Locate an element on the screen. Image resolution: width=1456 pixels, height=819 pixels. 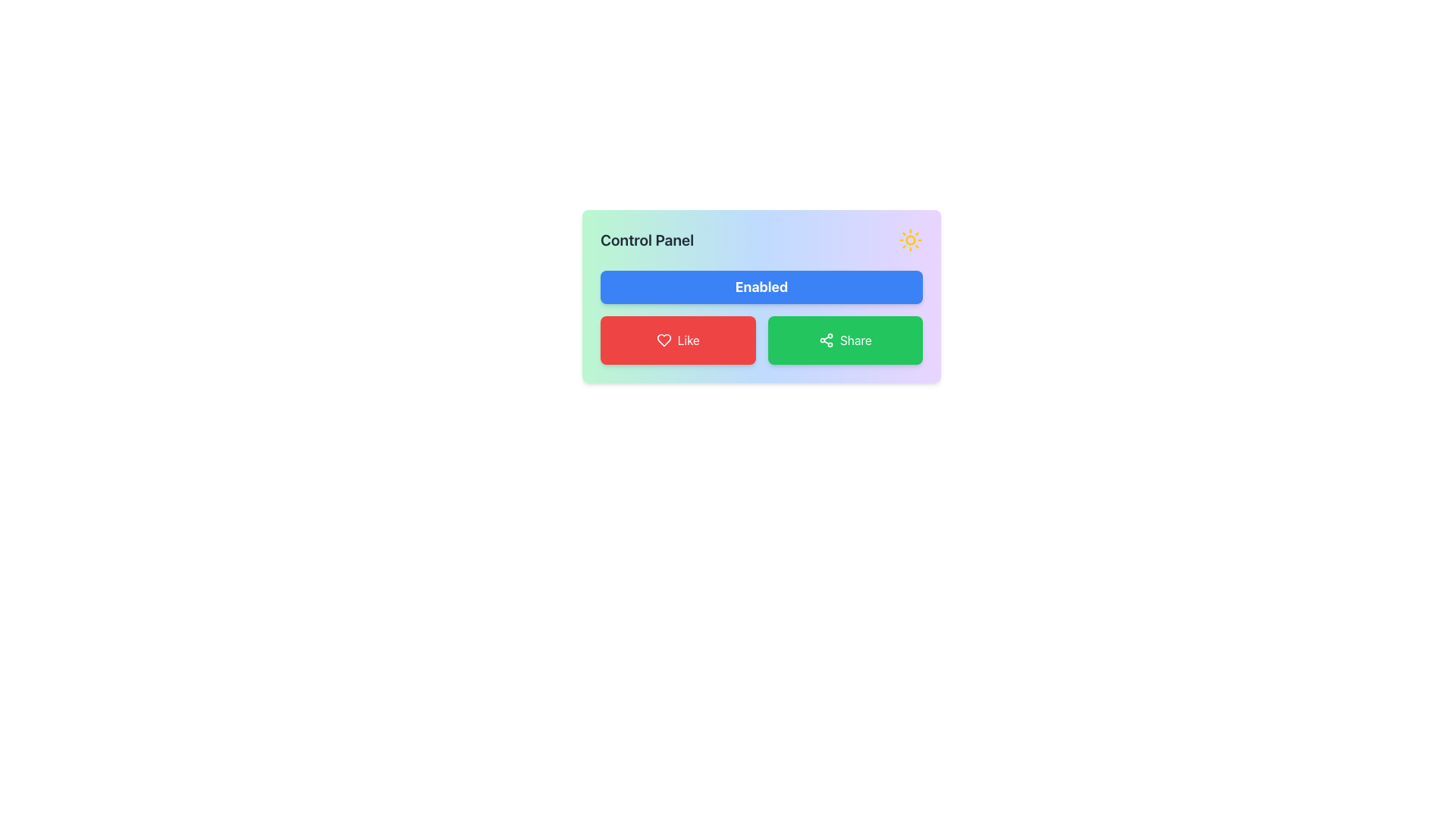
the decorative light icon located at the top right corner of the Control Panel, enhancing the visual aspects of the interface is located at coordinates (910, 239).